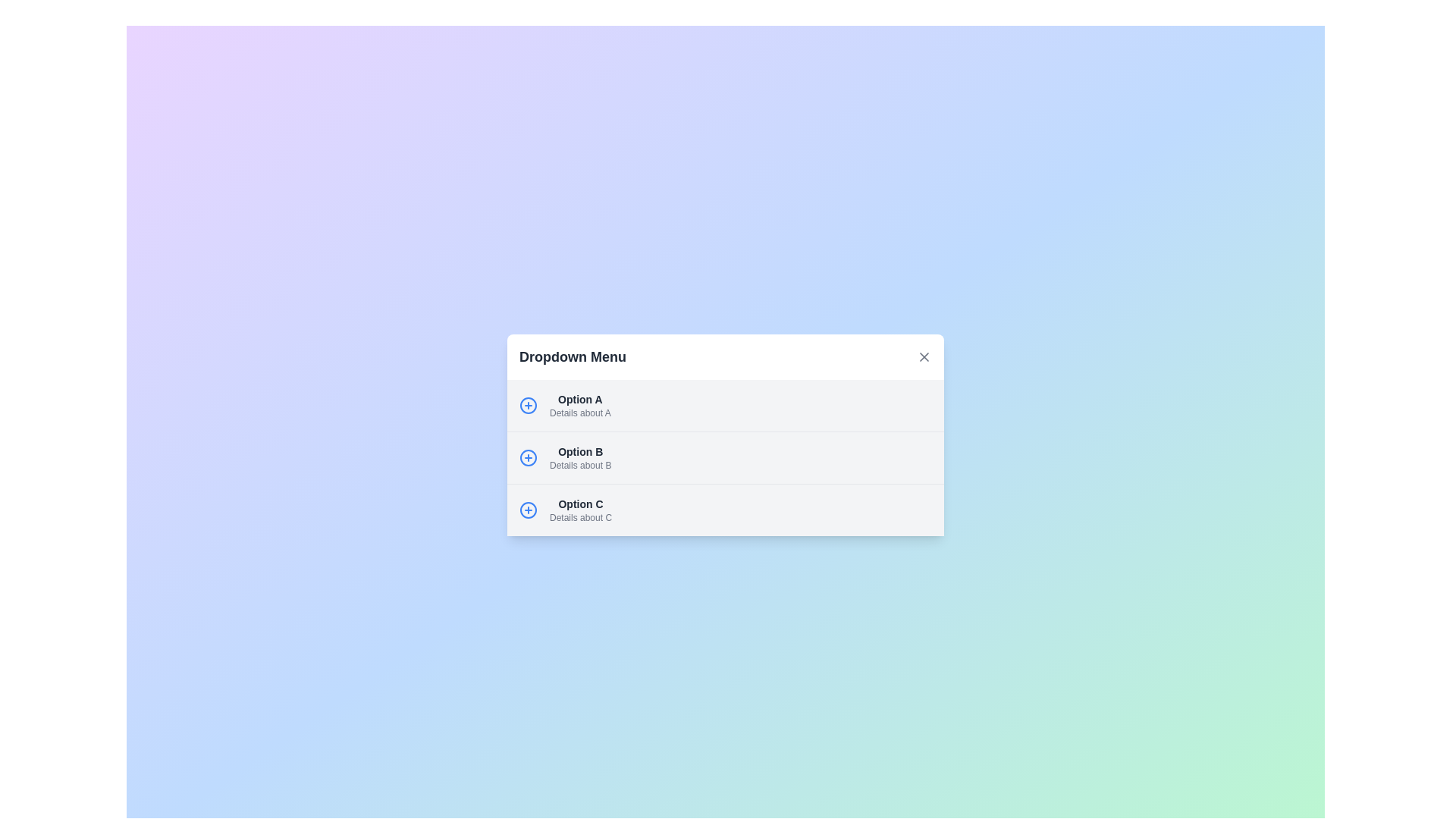  I want to click on the selectable list item representing 'Option C' in the dropdown menu, so click(724, 510).